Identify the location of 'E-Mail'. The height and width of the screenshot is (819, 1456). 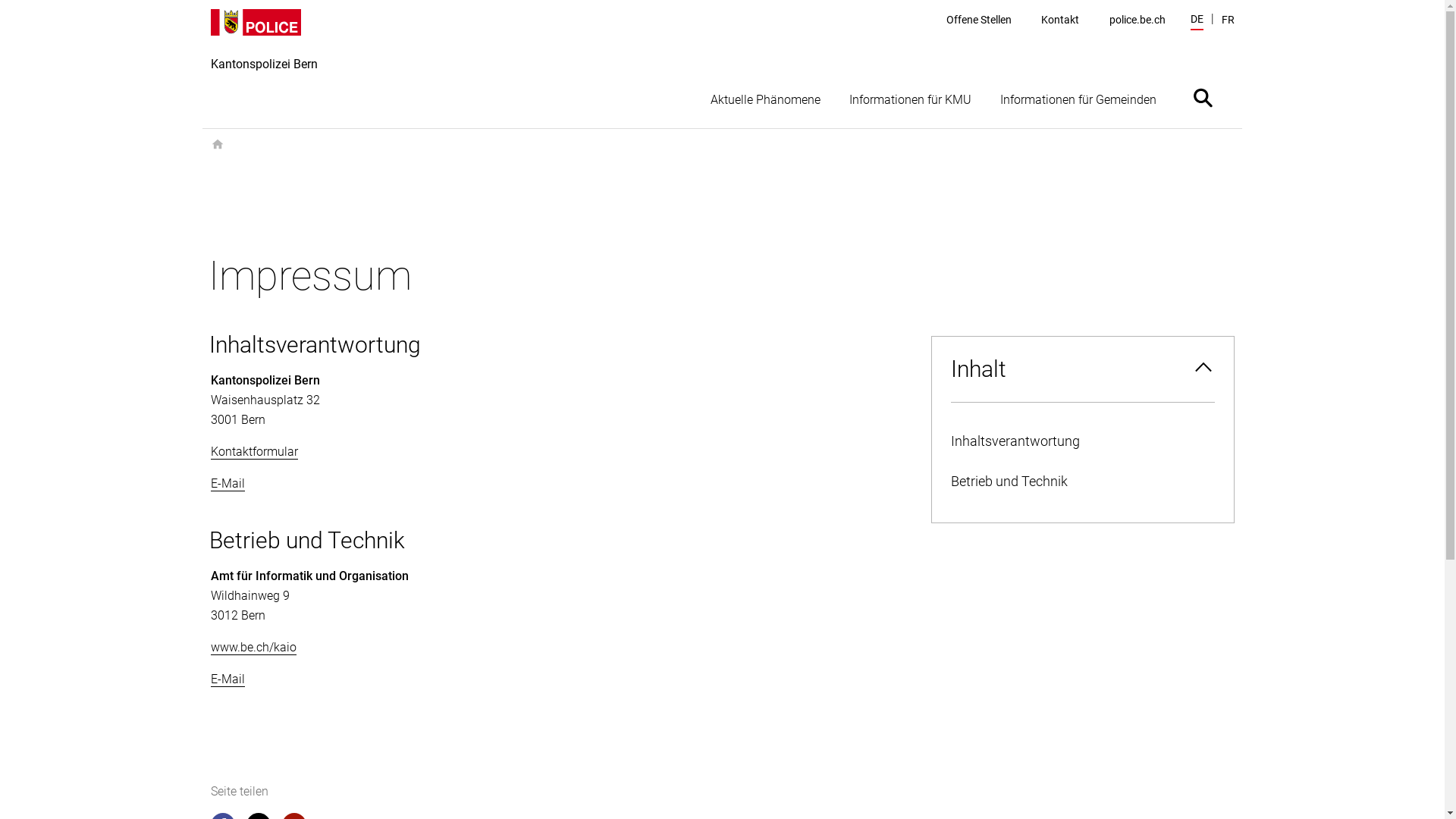
(227, 483).